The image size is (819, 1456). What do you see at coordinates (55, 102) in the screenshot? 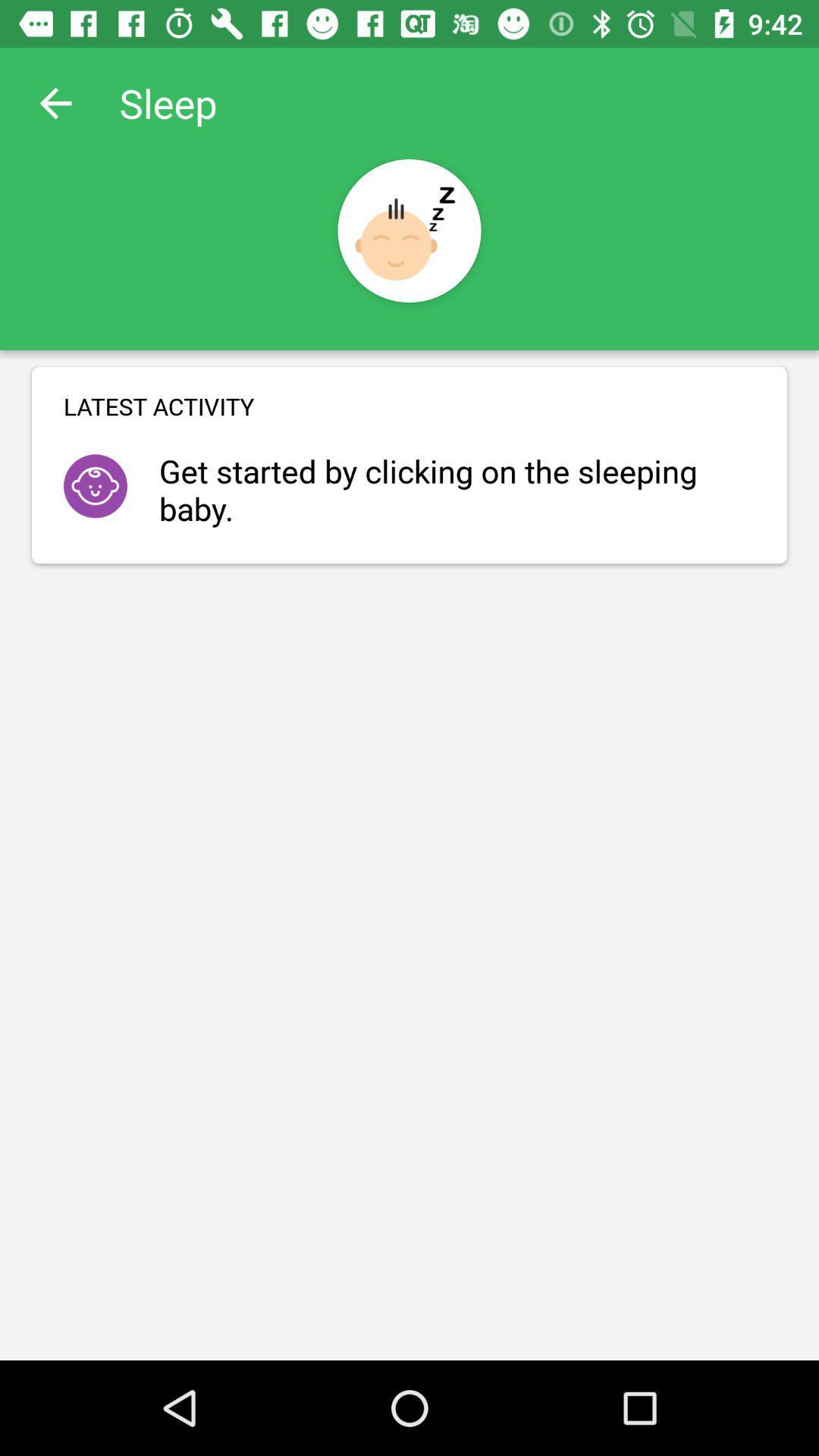
I see `the app next to sleep icon` at bounding box center [55, 102].